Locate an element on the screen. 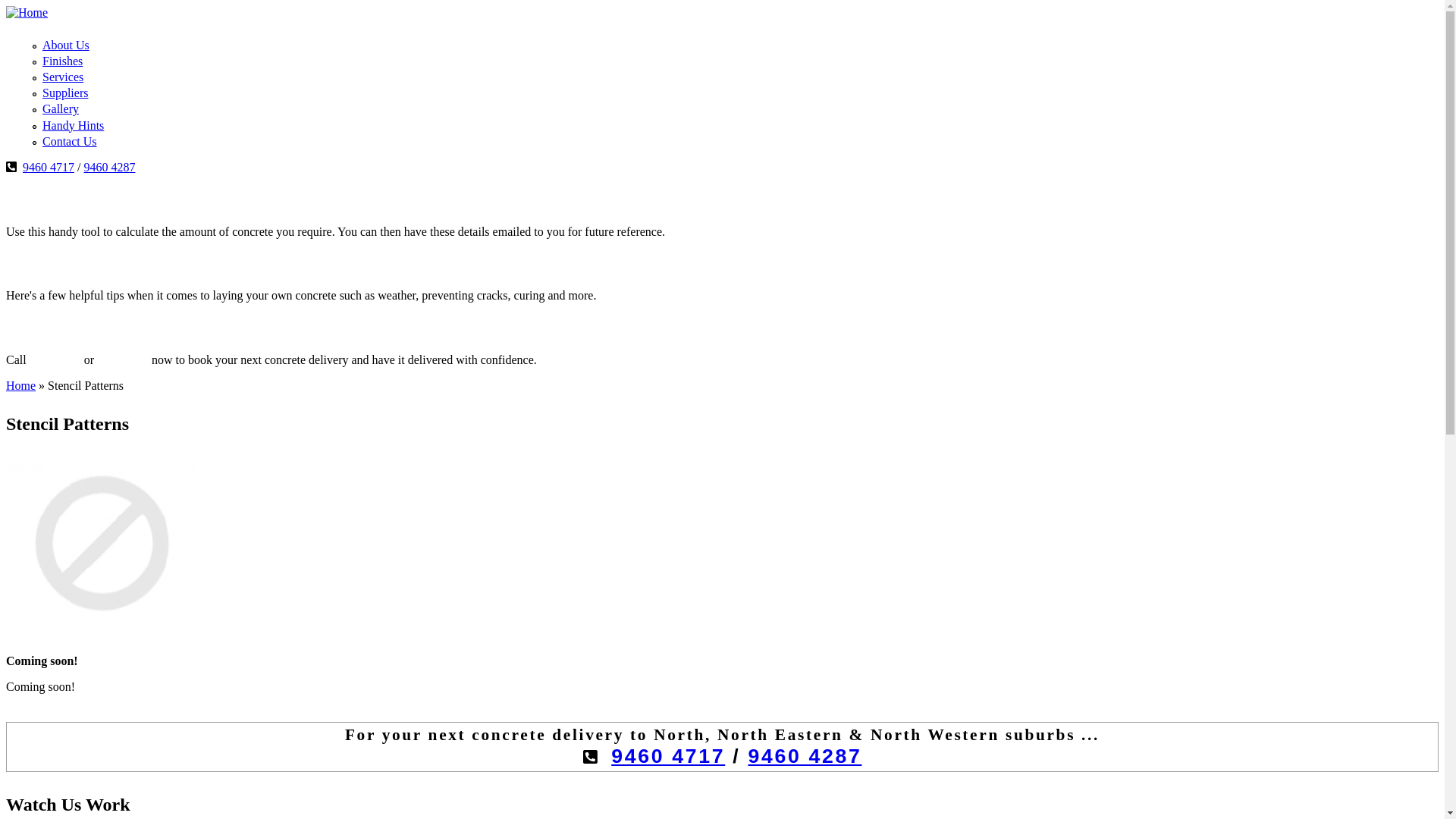 The image size is (1456, 819). '9460 4717' is located at coordinates (667, 755).